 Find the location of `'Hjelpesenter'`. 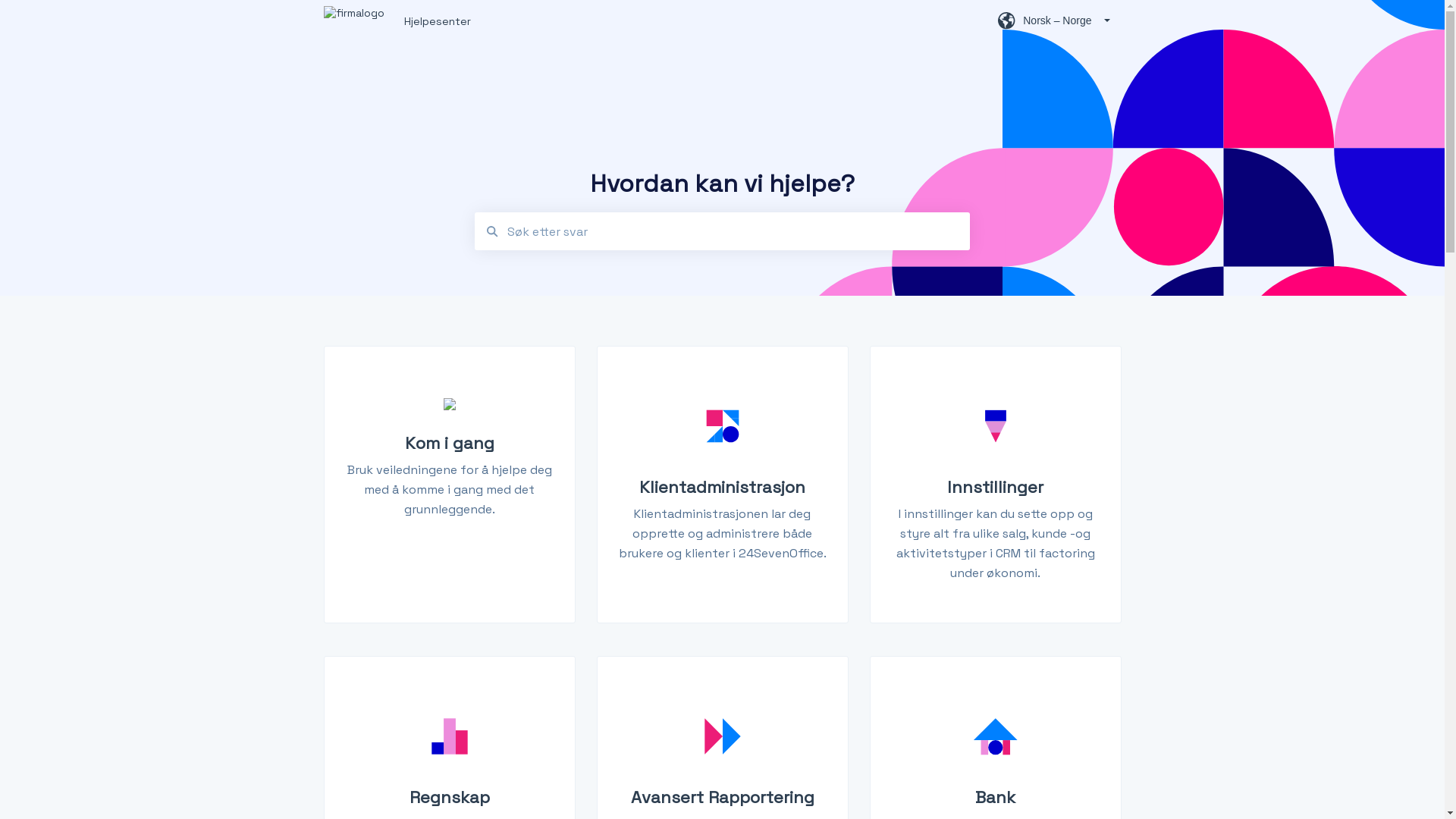

'Hjelpesenter' is located at coordinates (403, 20).